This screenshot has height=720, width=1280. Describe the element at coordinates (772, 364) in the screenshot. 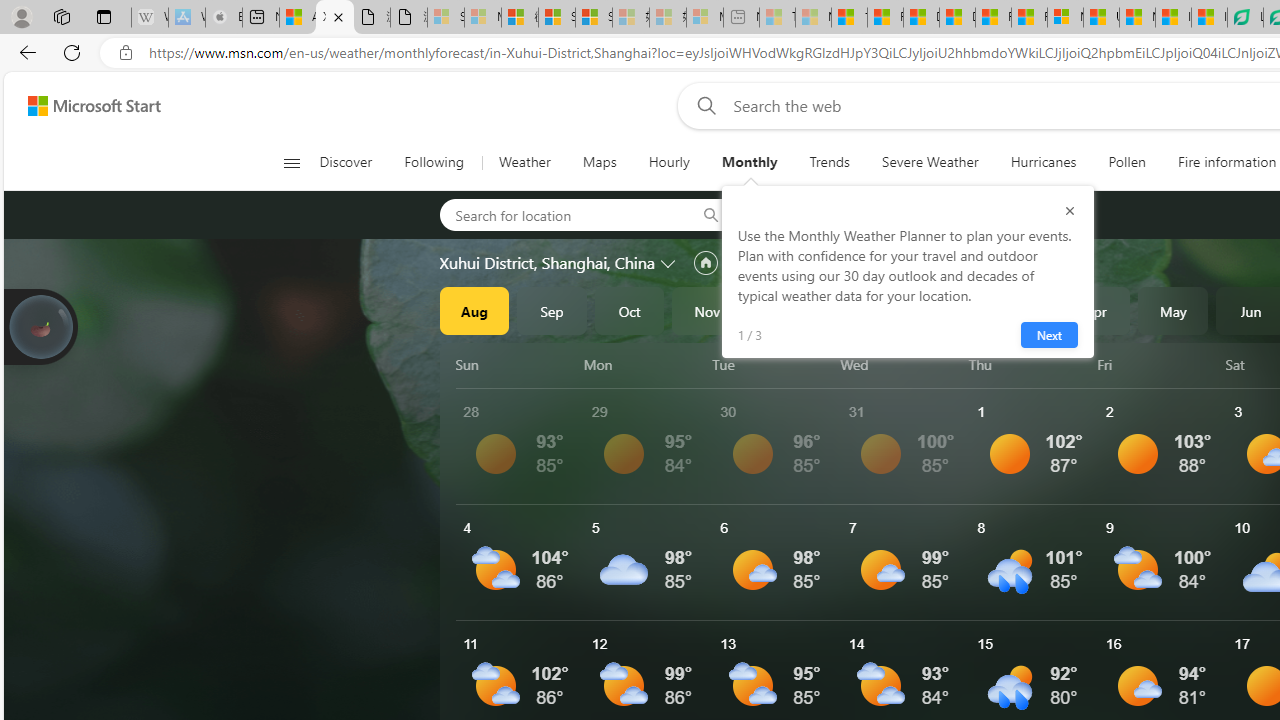

I see `'Tue'` at that location.